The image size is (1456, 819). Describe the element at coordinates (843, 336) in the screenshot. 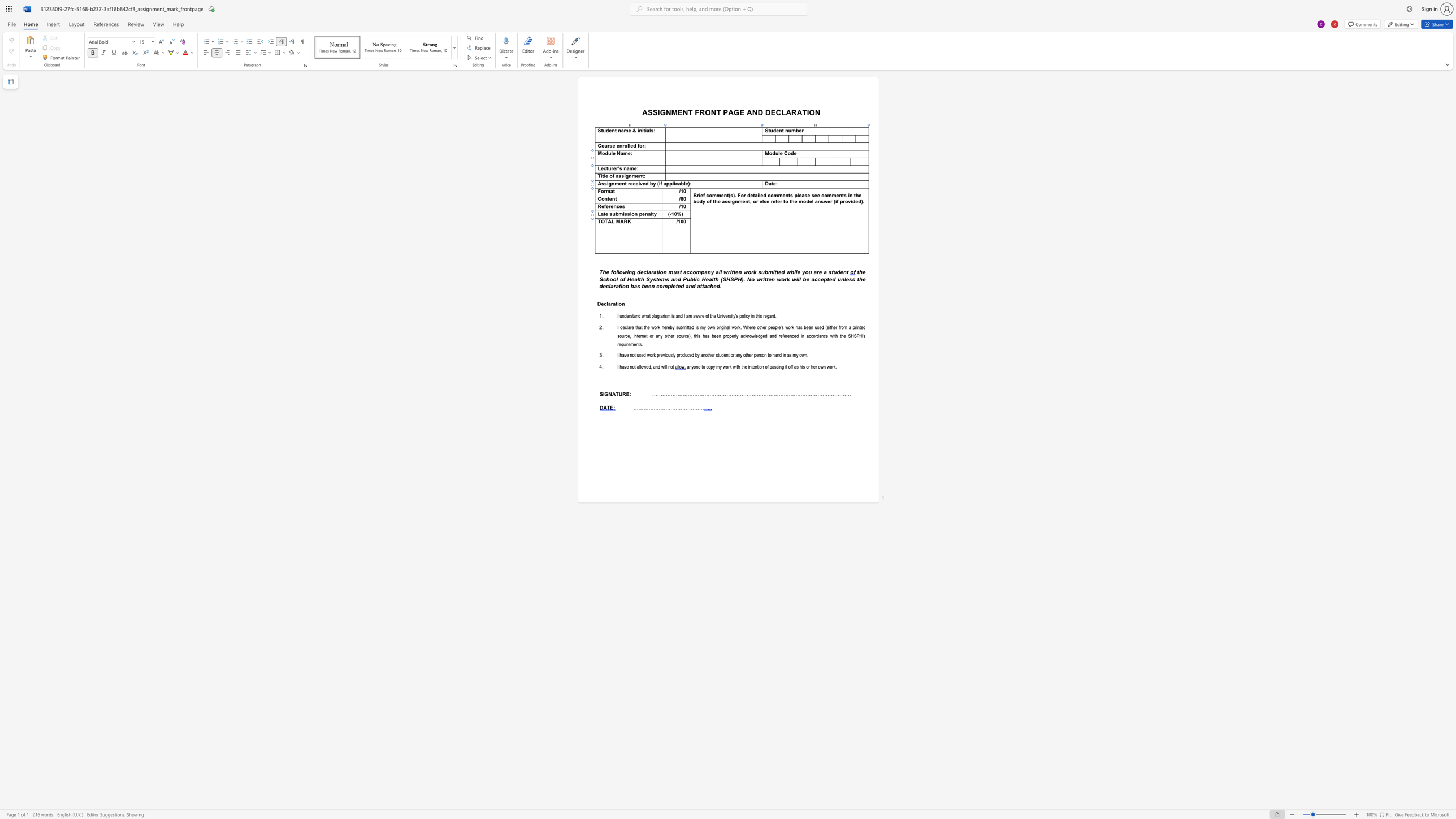

I see `the space between the continuous character "h" and "e" in the text` at that location.